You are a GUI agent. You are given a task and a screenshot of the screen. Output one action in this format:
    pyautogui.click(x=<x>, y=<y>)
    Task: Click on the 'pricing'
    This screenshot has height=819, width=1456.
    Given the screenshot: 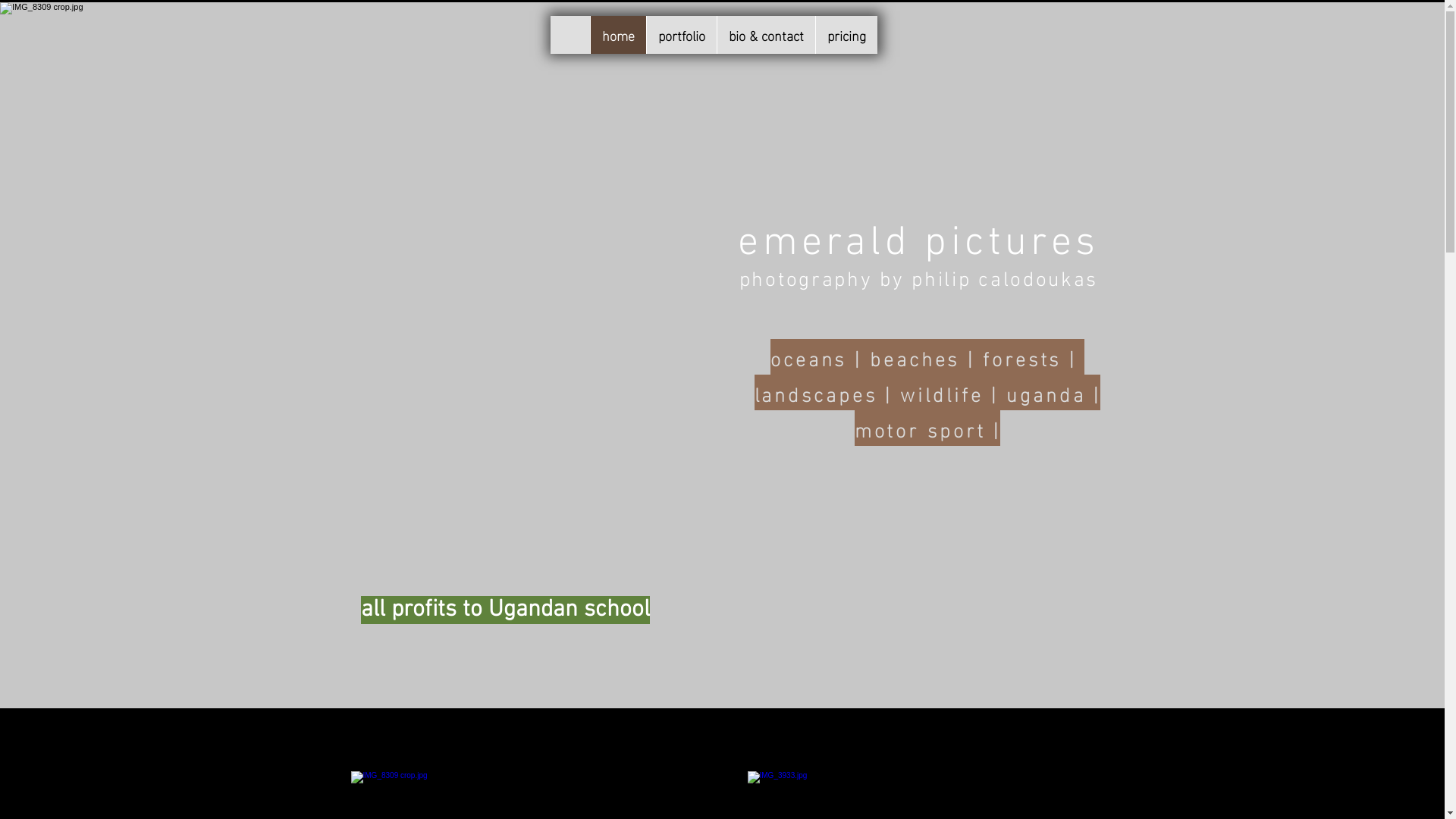 What is the action you would take?
    pyautogui.click(x=844, y=34)
    